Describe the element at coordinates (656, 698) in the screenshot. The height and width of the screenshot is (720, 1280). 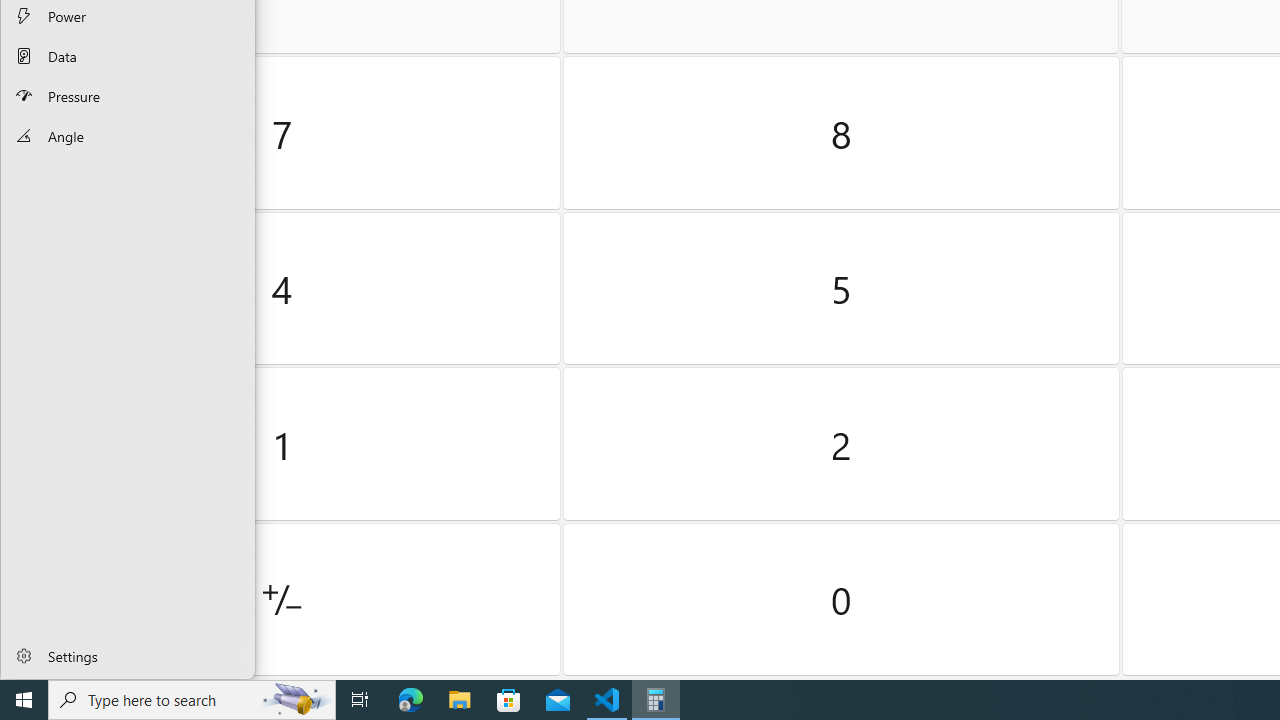
I see `'Calculator - 1 running window'` at that location.